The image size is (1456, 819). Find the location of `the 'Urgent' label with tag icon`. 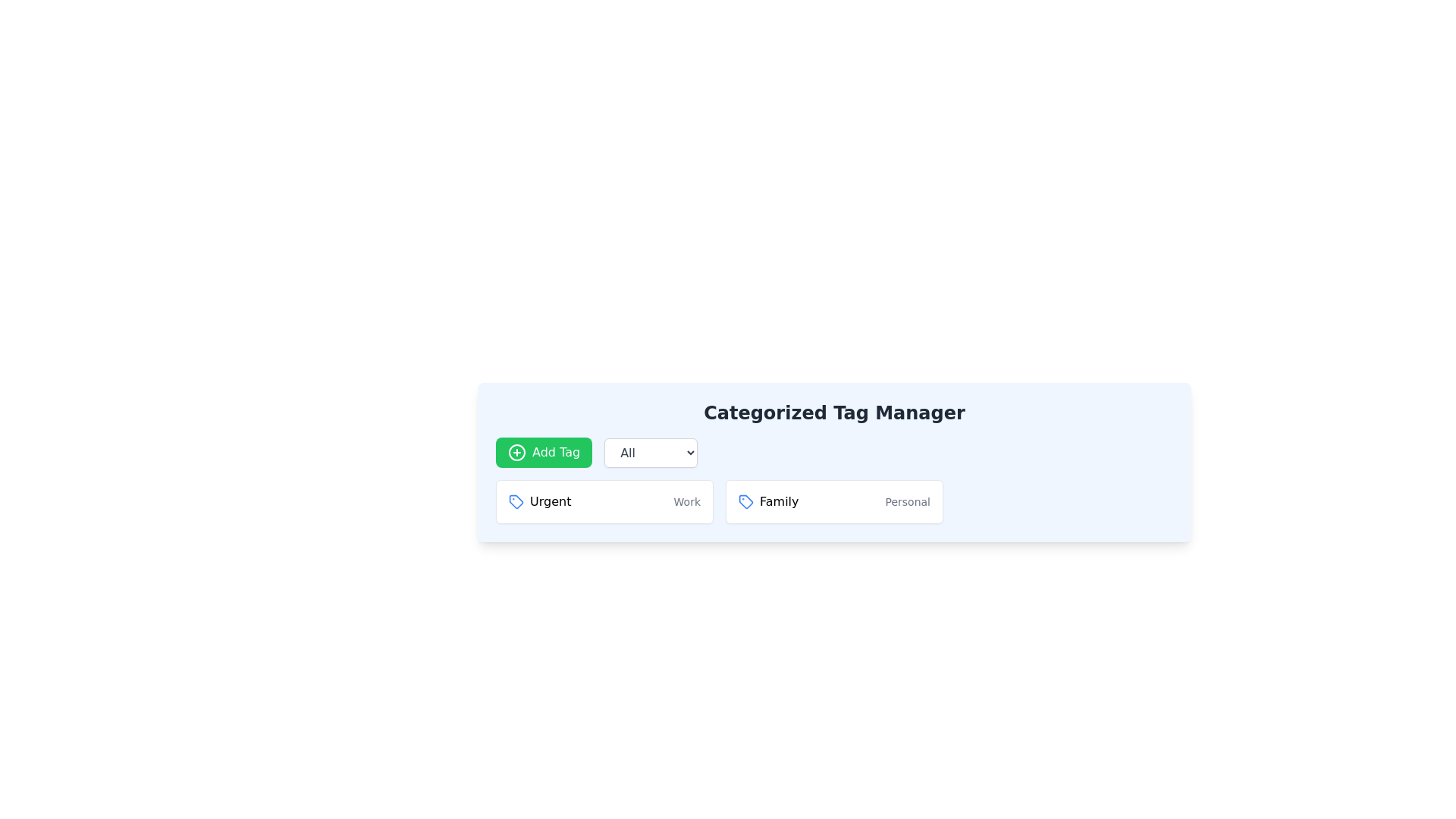

the 'Urgent' label with tag icon is located at coordinates (540, 502).